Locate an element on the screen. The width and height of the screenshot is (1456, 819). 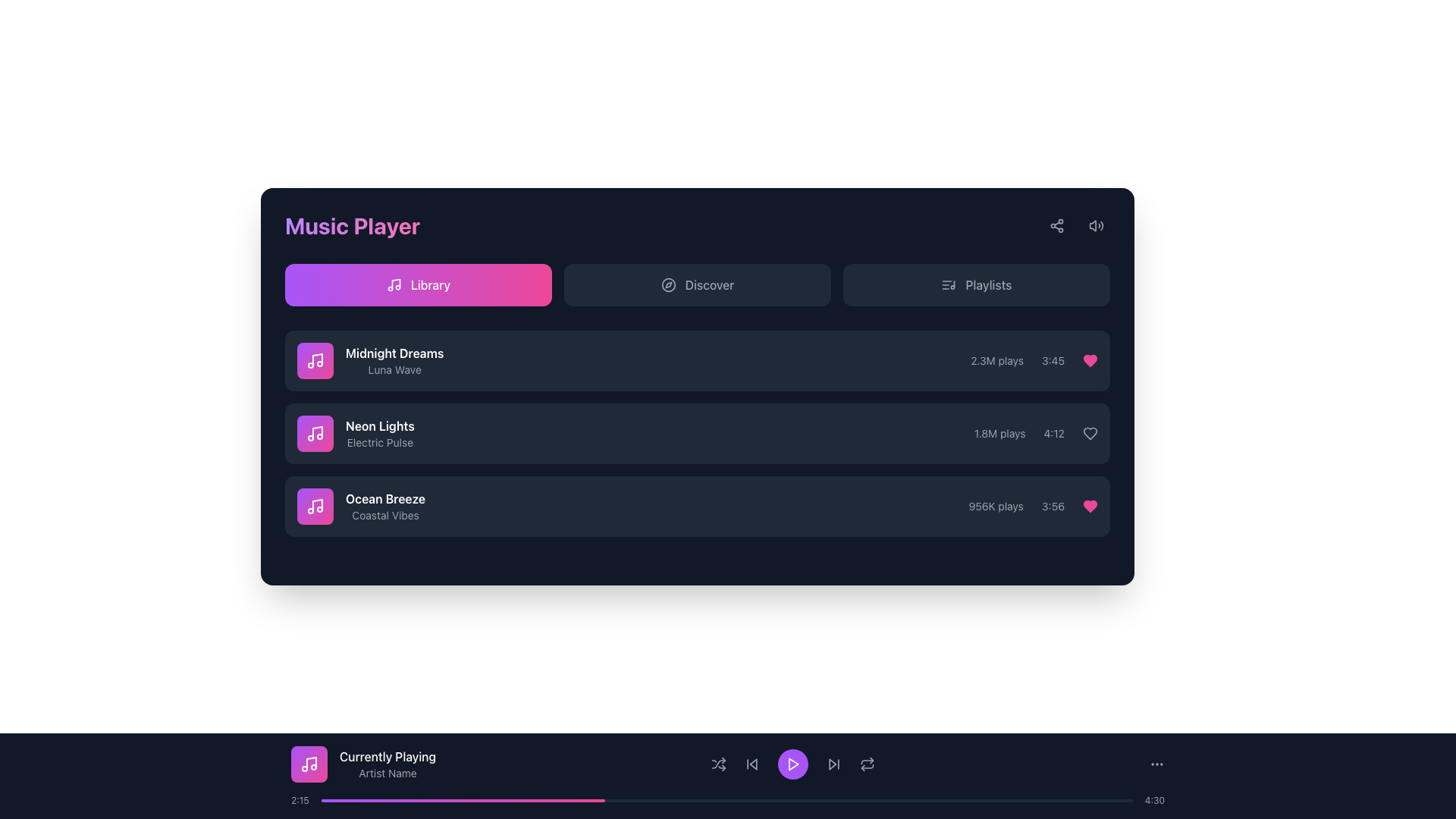
the backward arrow button in the music player control bar to skip to the previous track is located at coordinates (752, 764).